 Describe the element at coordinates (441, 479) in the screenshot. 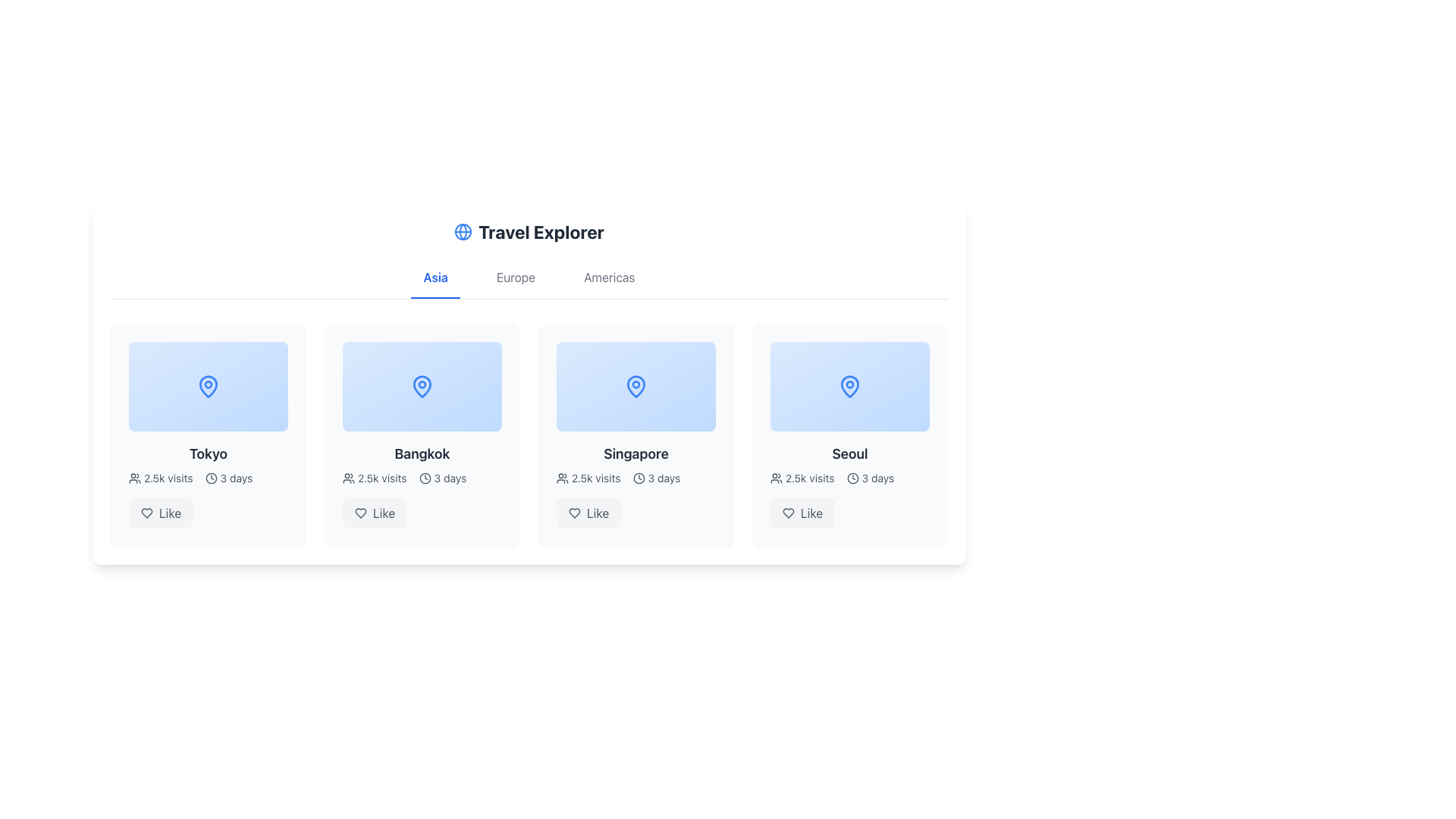

I see `the '3 days' text with the clock icon in the 'Bangkok' card of the 'Asia' section in the 'Travel Explorer' interface` at that location.